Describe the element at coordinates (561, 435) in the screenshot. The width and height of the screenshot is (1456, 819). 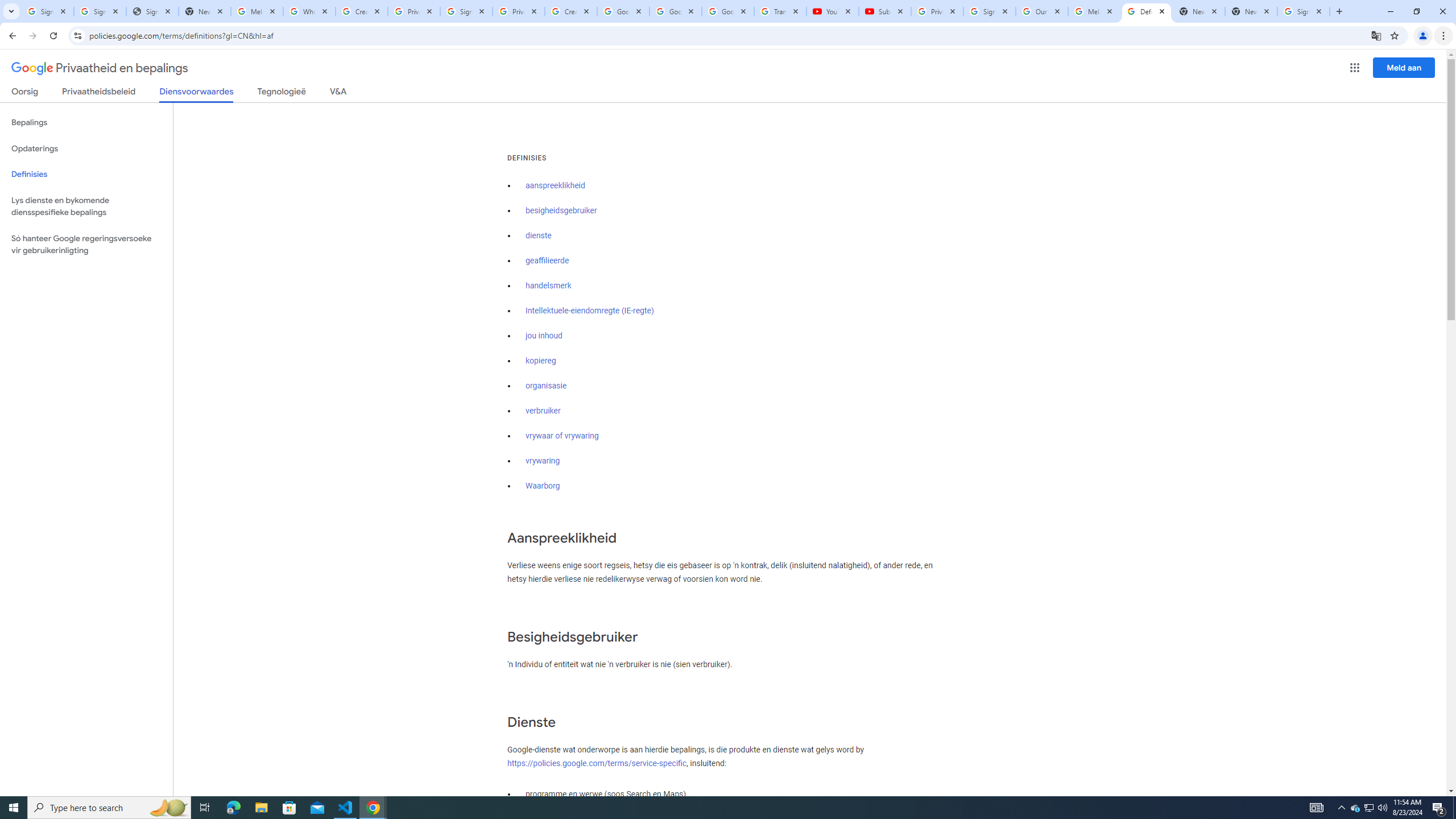
I see `'vrywaar of vrywaring'` at that location.